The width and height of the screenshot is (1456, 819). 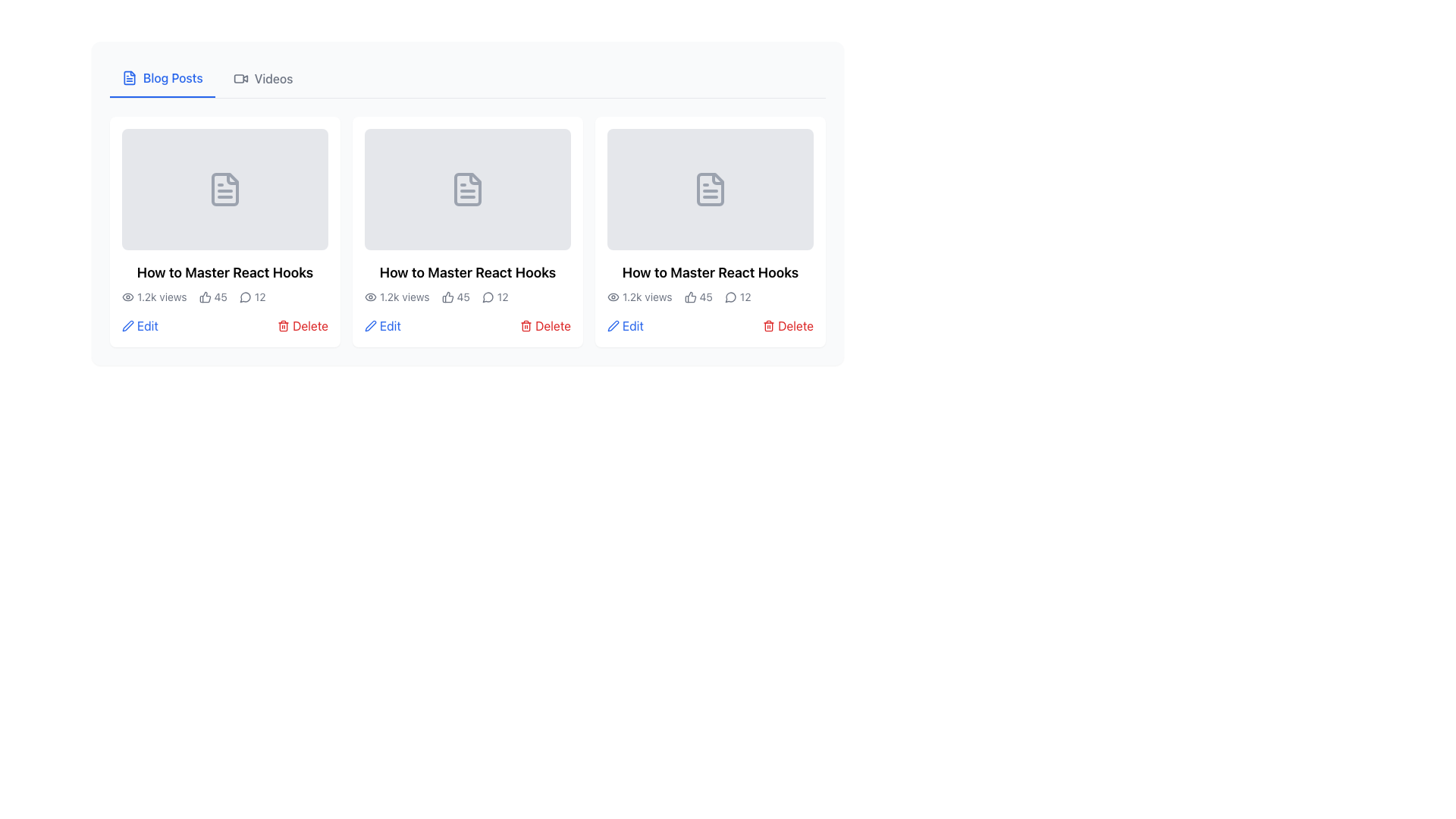 I want to click on the main file representation icon located in the second card of three horizontally arranged cards, so click(x=709, y=189).